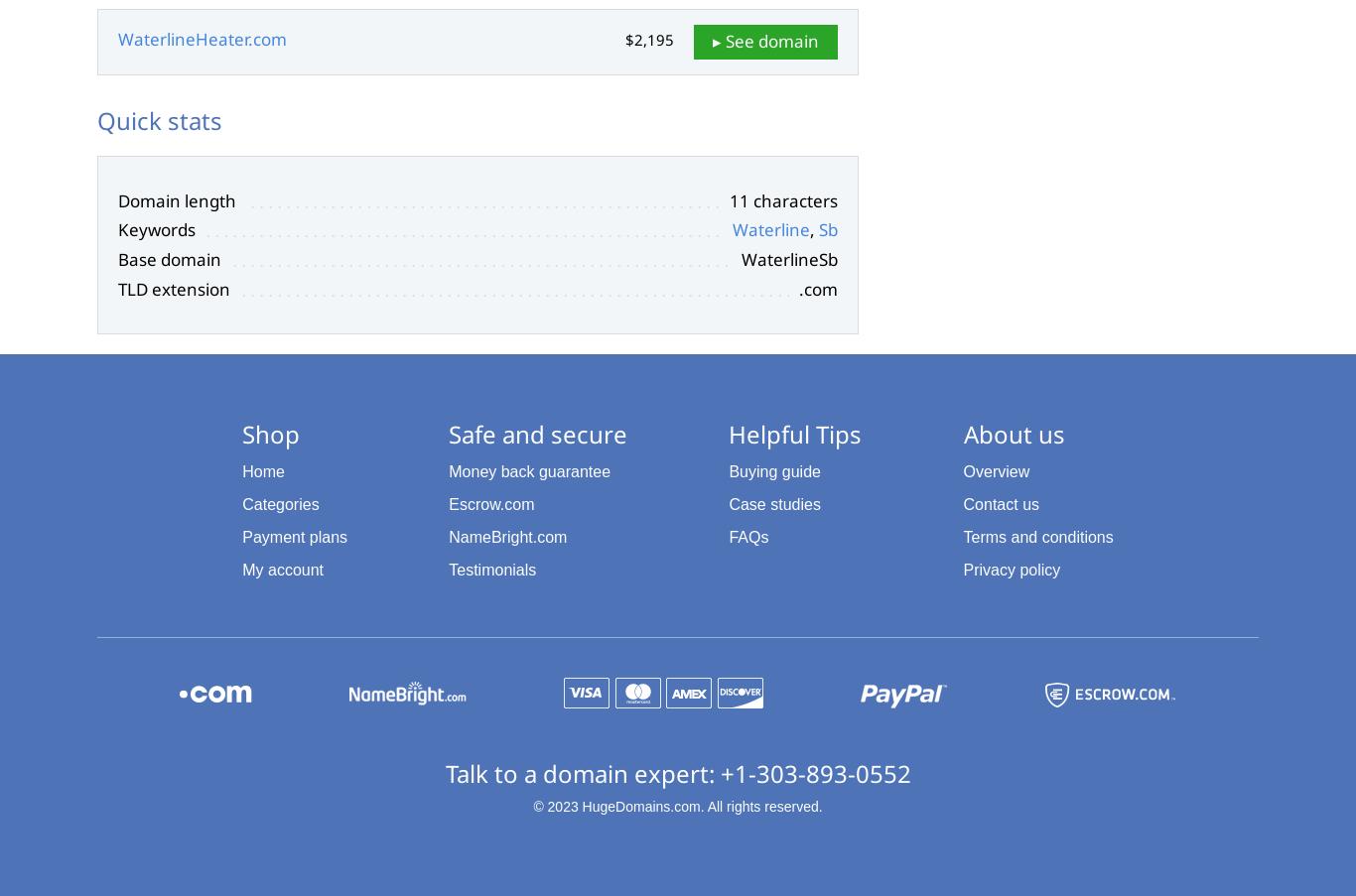 This screenshot has width=1356, height=896. I want to click on '+1-303-893-0552', so click(813, 772).